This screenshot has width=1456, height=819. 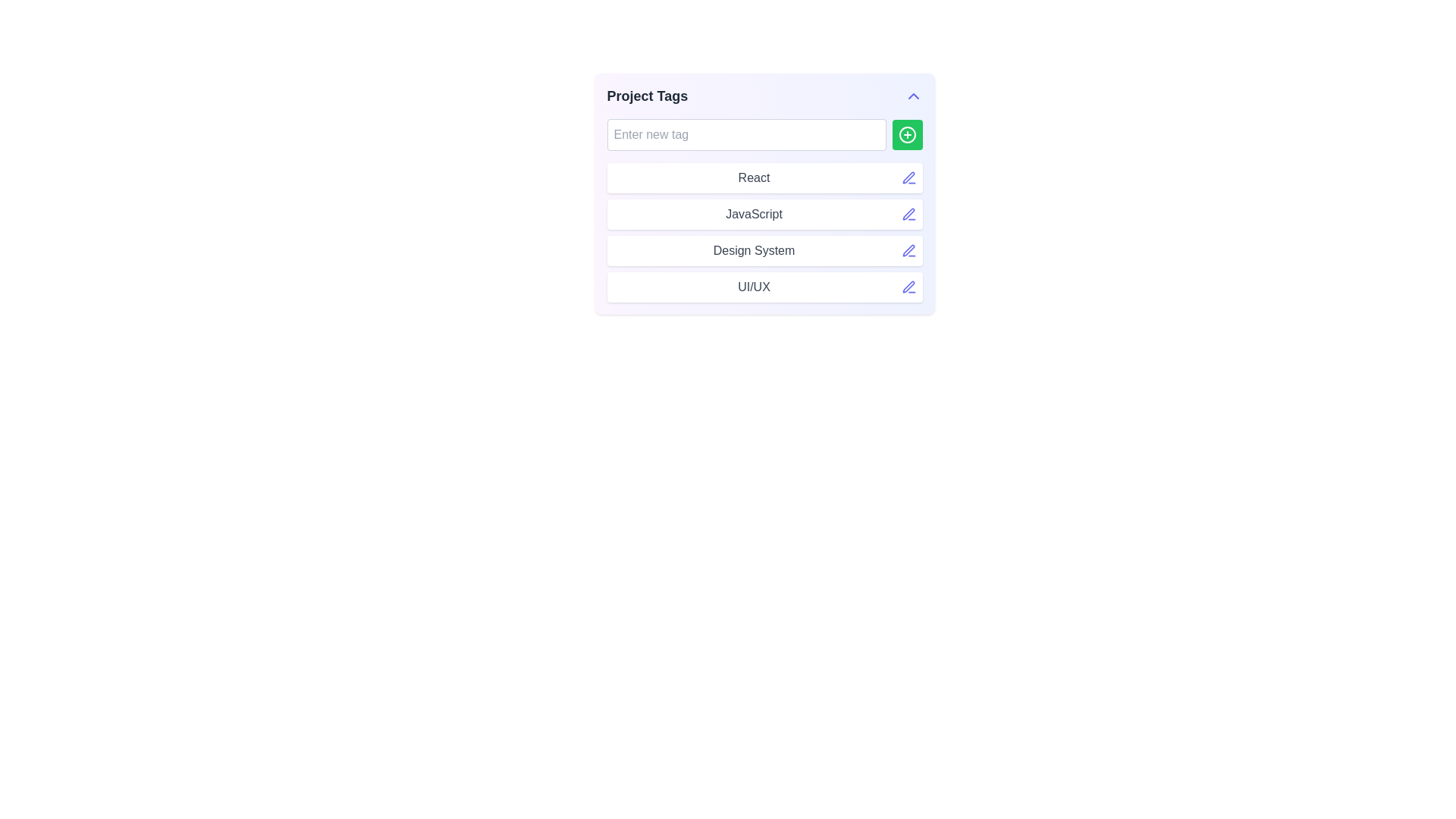 What do you see at coordinates (764, 177) in the screenshot?
I see `the 'React' tag` at bounding box center [764, 177].